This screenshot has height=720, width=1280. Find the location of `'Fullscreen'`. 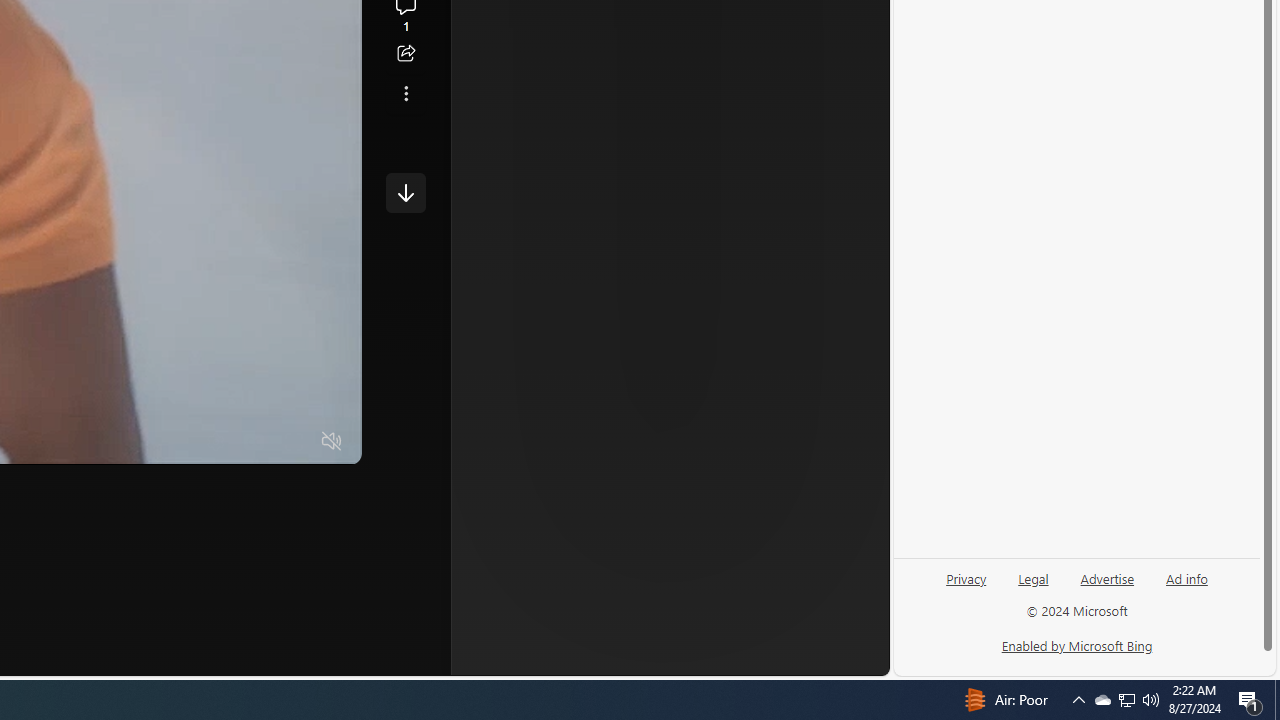

'Fullscreen' is located at coordinates (292, 441).